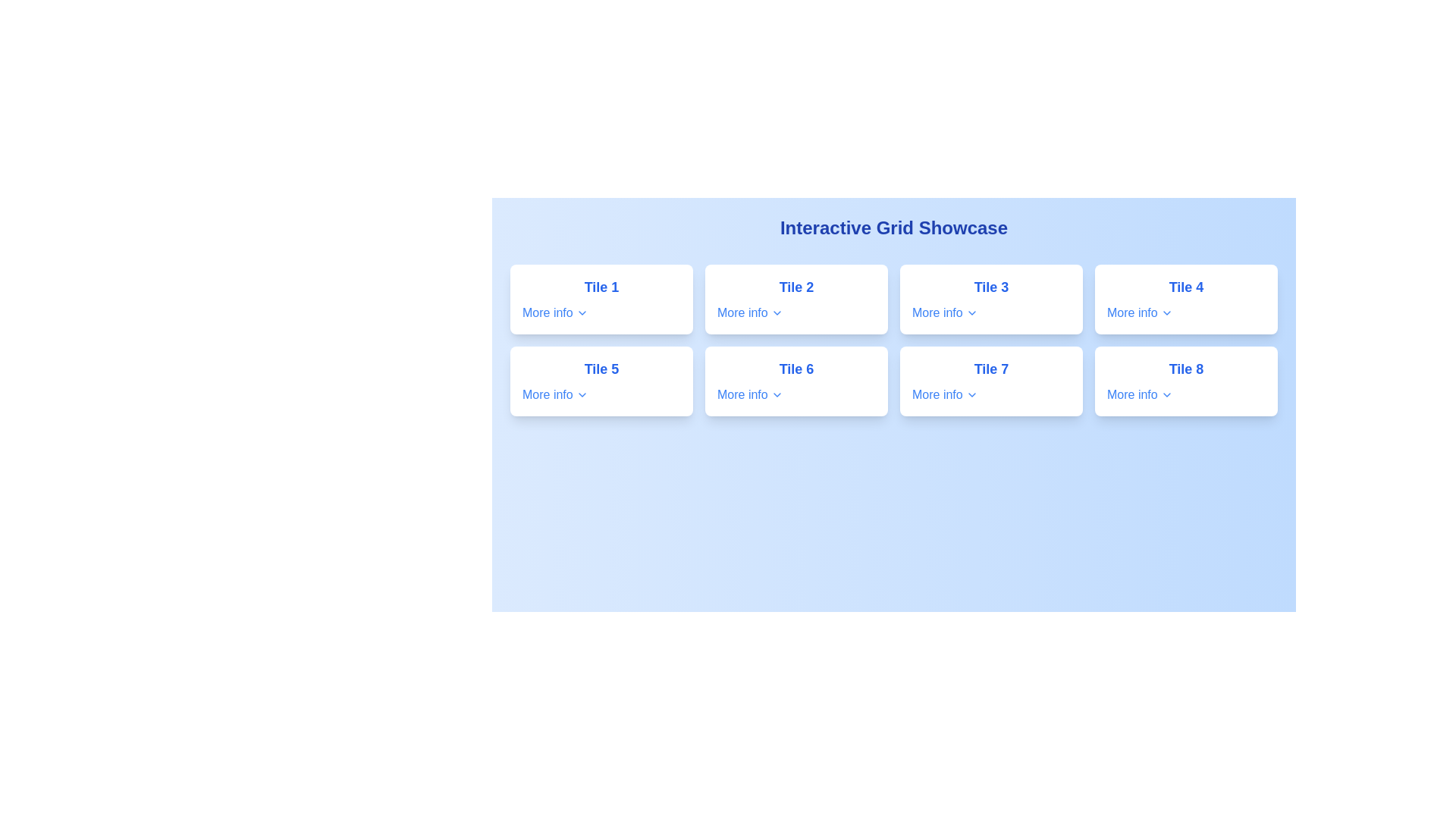 The image size is (1456, 819). What do you see at coordinates (1185, 369) in the screenshot?
I see `the text label styled with a blue, bold font reading 'Tile 8', located in the last tile of the bottom-right corner of the 'Interactive Grid Showcase', positioned above the 'More info' label and chevron icon` at bounding box center [1185, 369].